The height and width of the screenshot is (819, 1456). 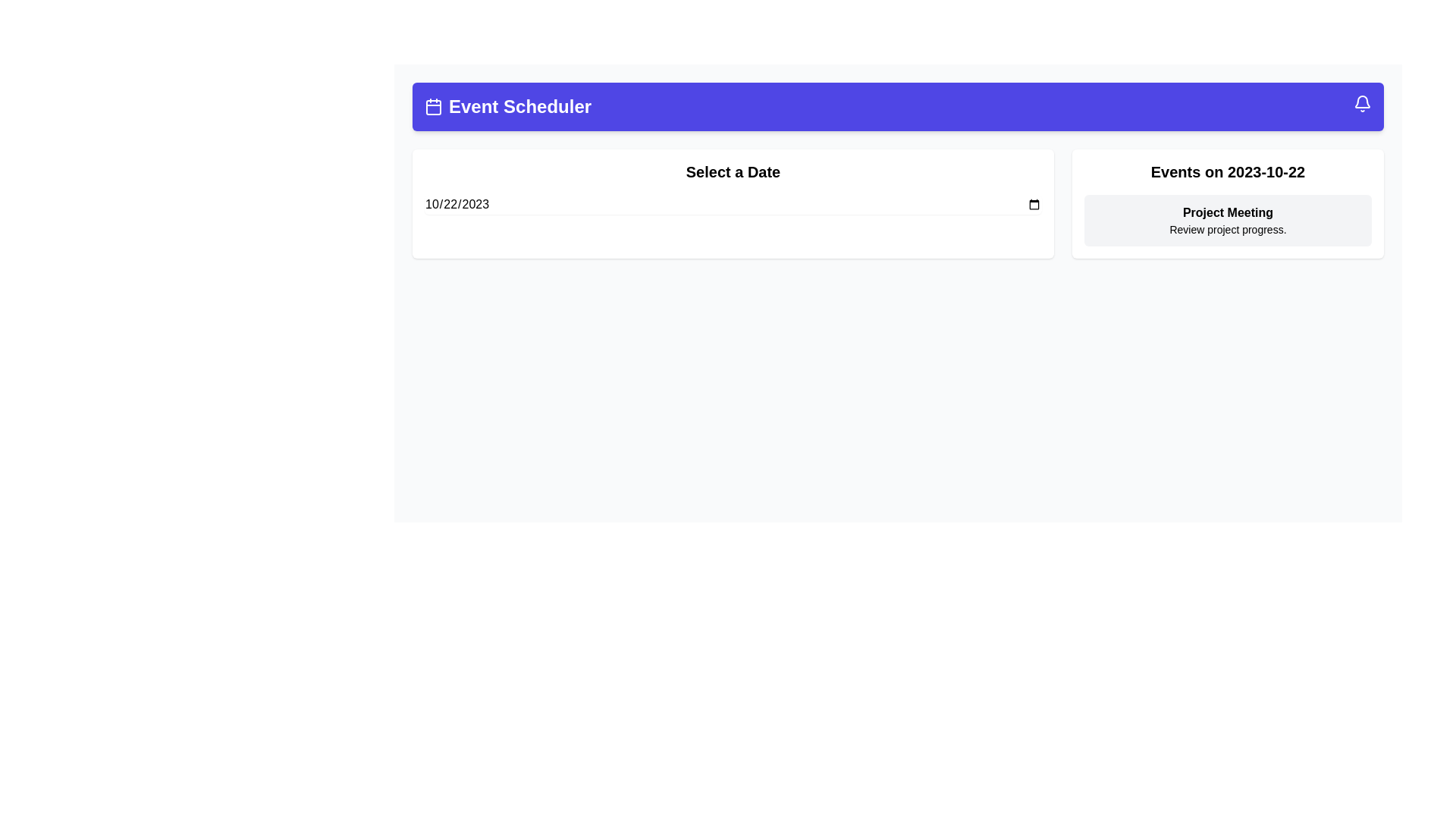 I want to click on the text label reading 'Review project progress.' which is styled in a smaller font and located below 'Project Meeting' in the light gray card under 'Events on 2023-10-22', so click(x=1228, y=230).